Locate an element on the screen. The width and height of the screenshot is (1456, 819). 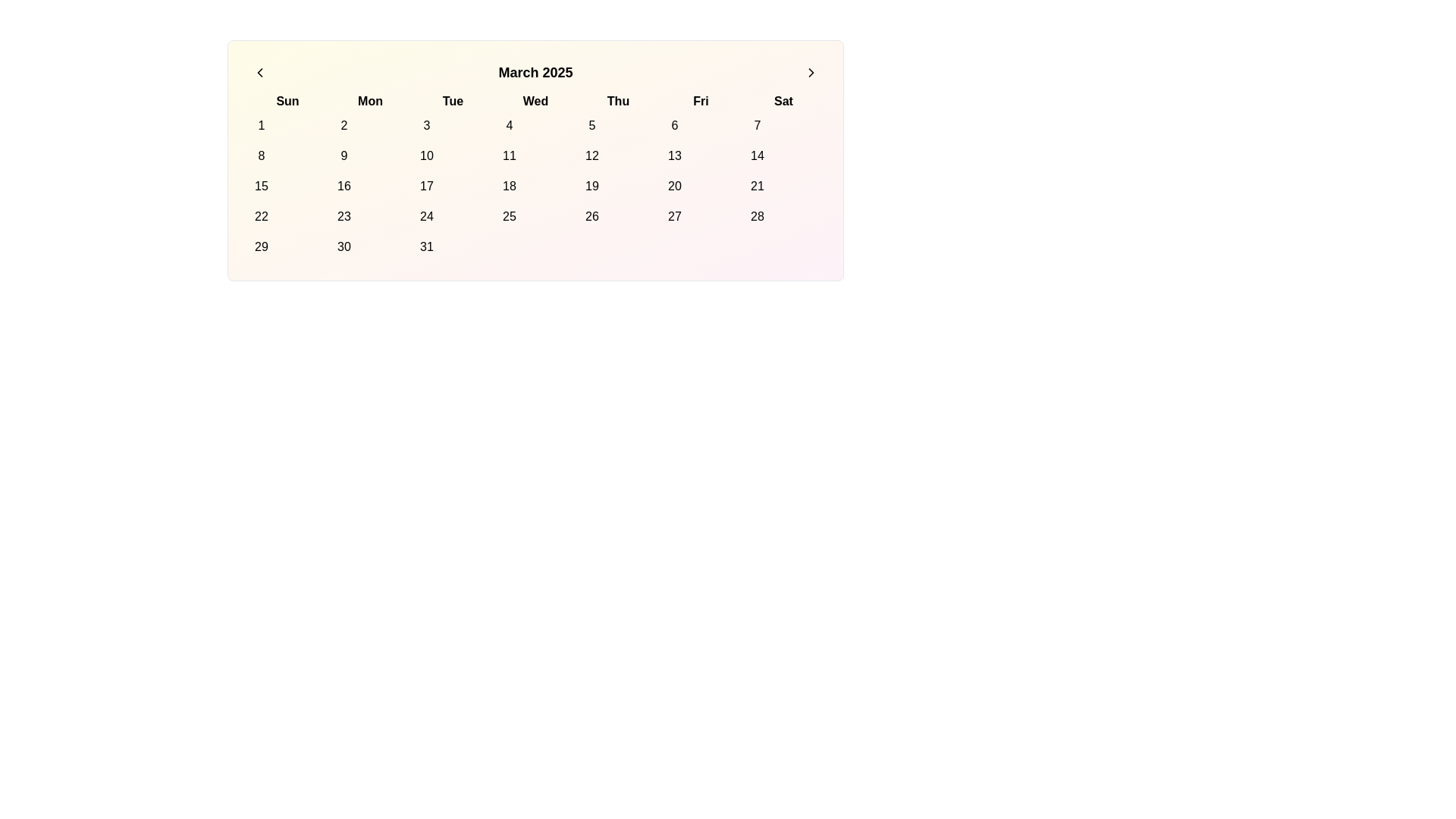
the static text label displaying the current month and year in the calendar, which is centrally located between the navigation icons is located at coordinates (535, 73).